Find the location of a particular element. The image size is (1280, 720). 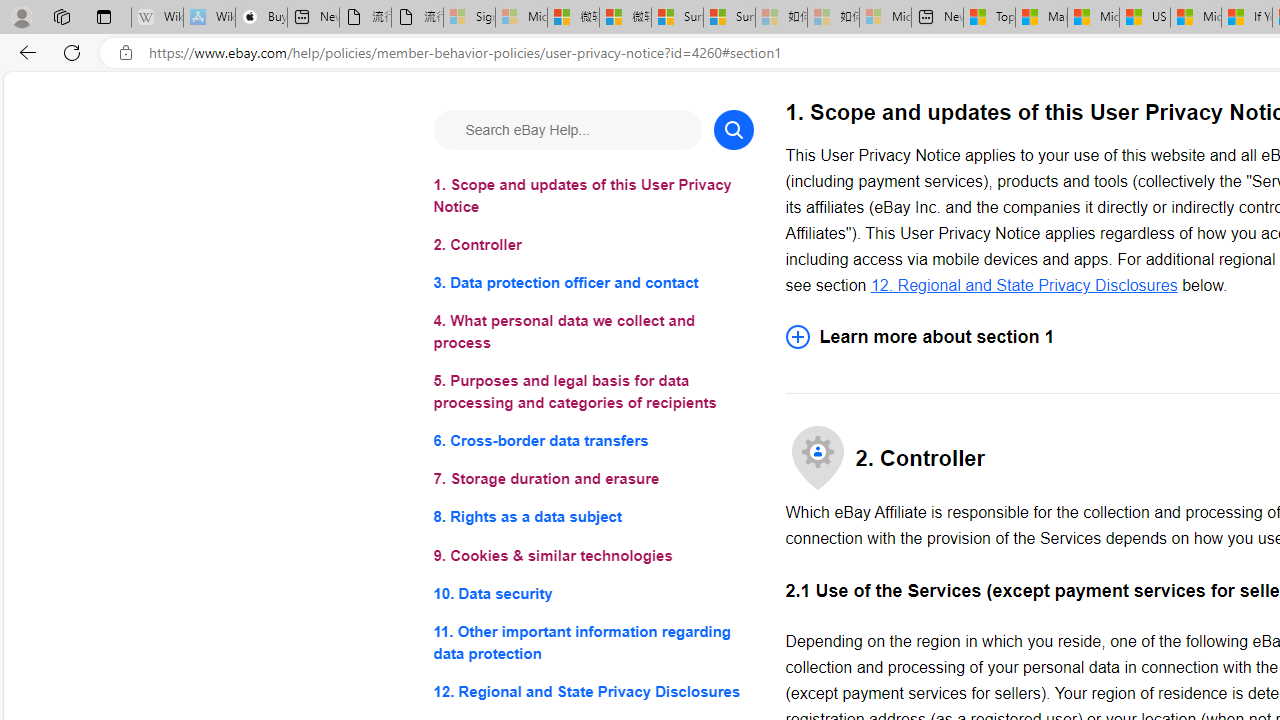

'2. Controller' is located at coordinates (592, 244).